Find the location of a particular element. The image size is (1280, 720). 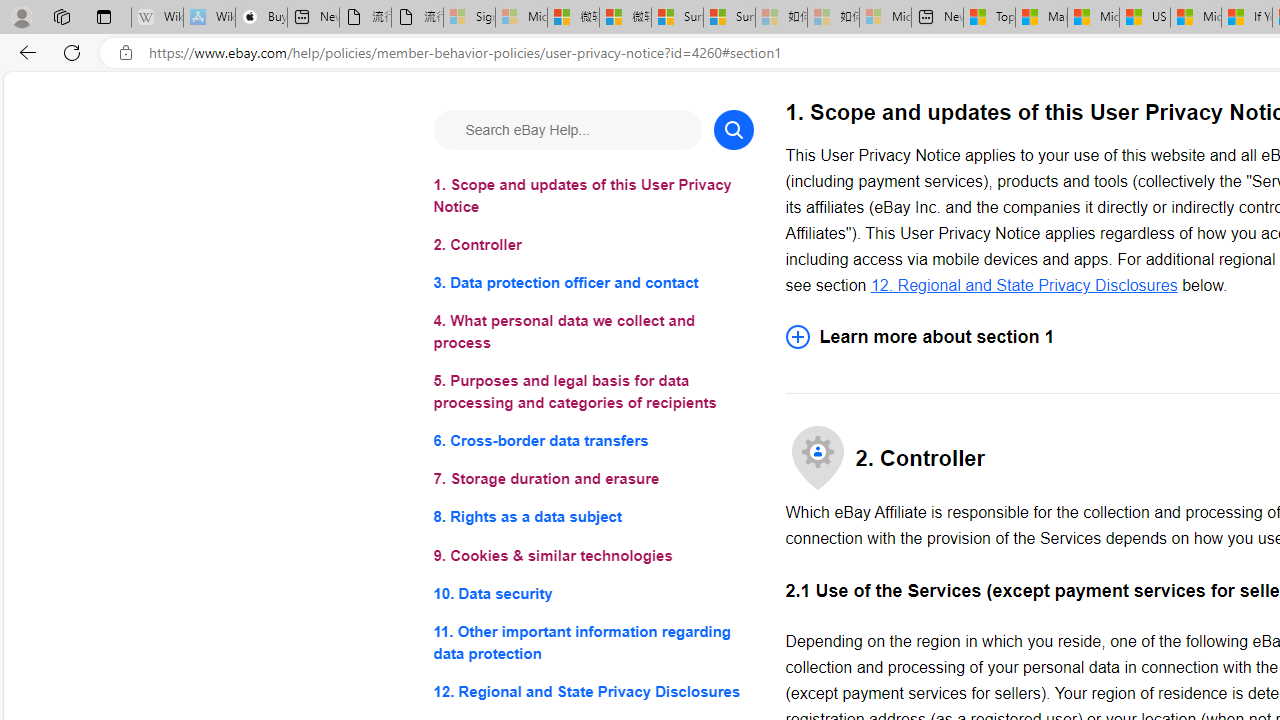

'2. Controller' is located at coordinates (592, 244).